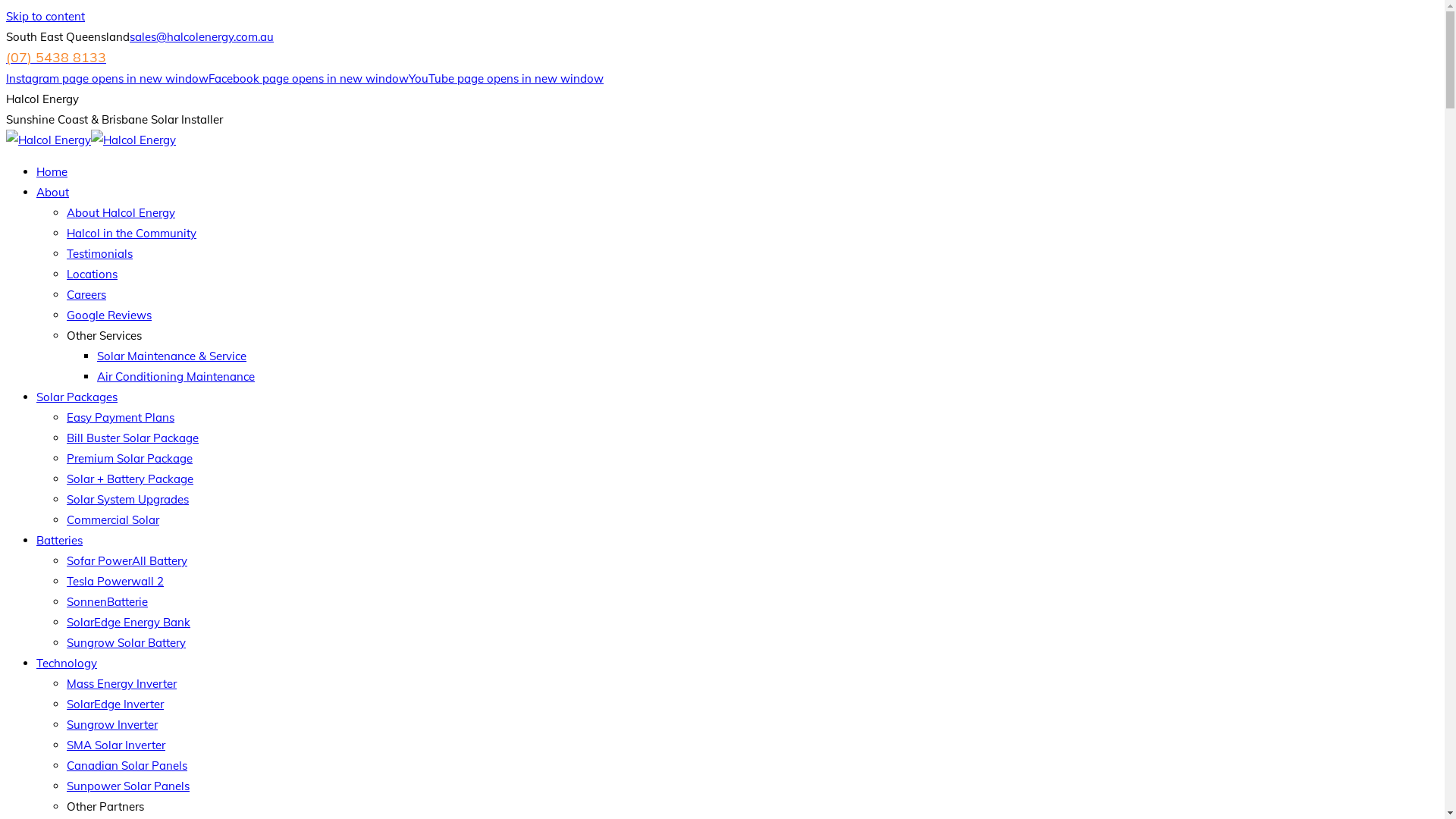 Image resolution: width=1456 pixels, height=819 pixels. I want to click on 'Mass Energy Inverter', so click(65, 683).